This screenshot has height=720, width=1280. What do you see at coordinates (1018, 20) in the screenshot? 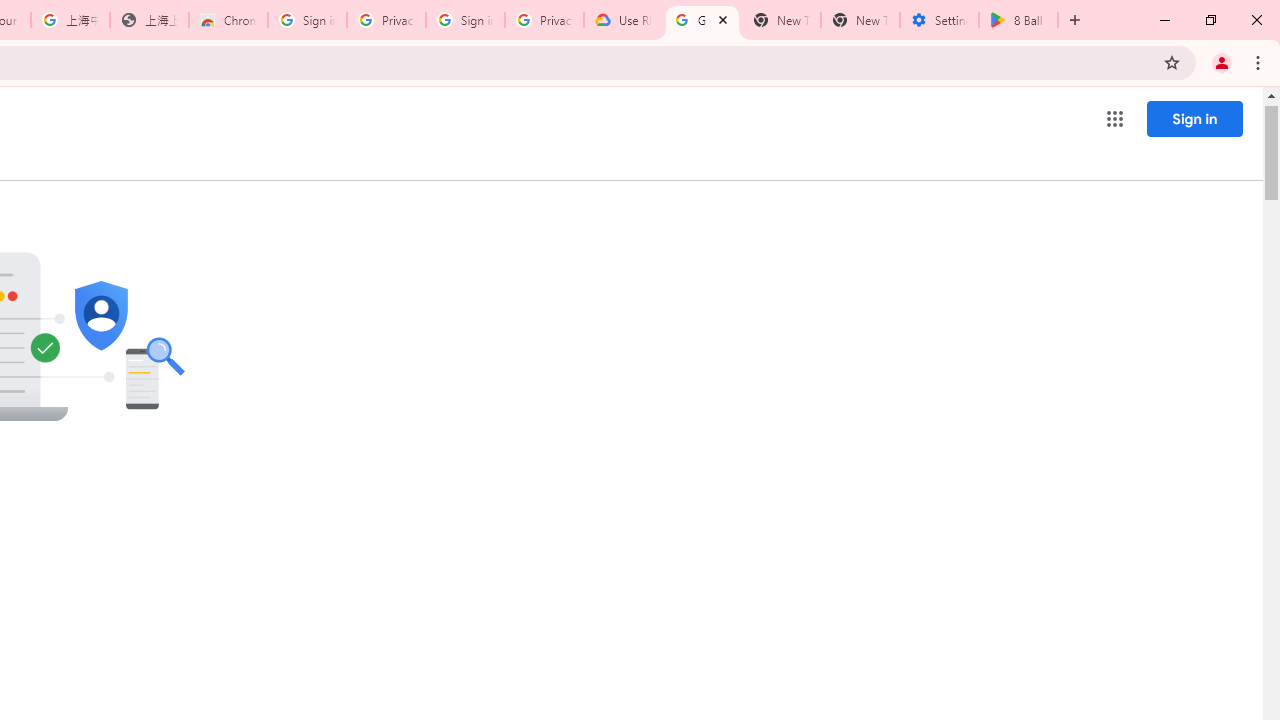
I see `'8 Ball Pool - Apps on Google Play'` at bounding box center [1018, 20].